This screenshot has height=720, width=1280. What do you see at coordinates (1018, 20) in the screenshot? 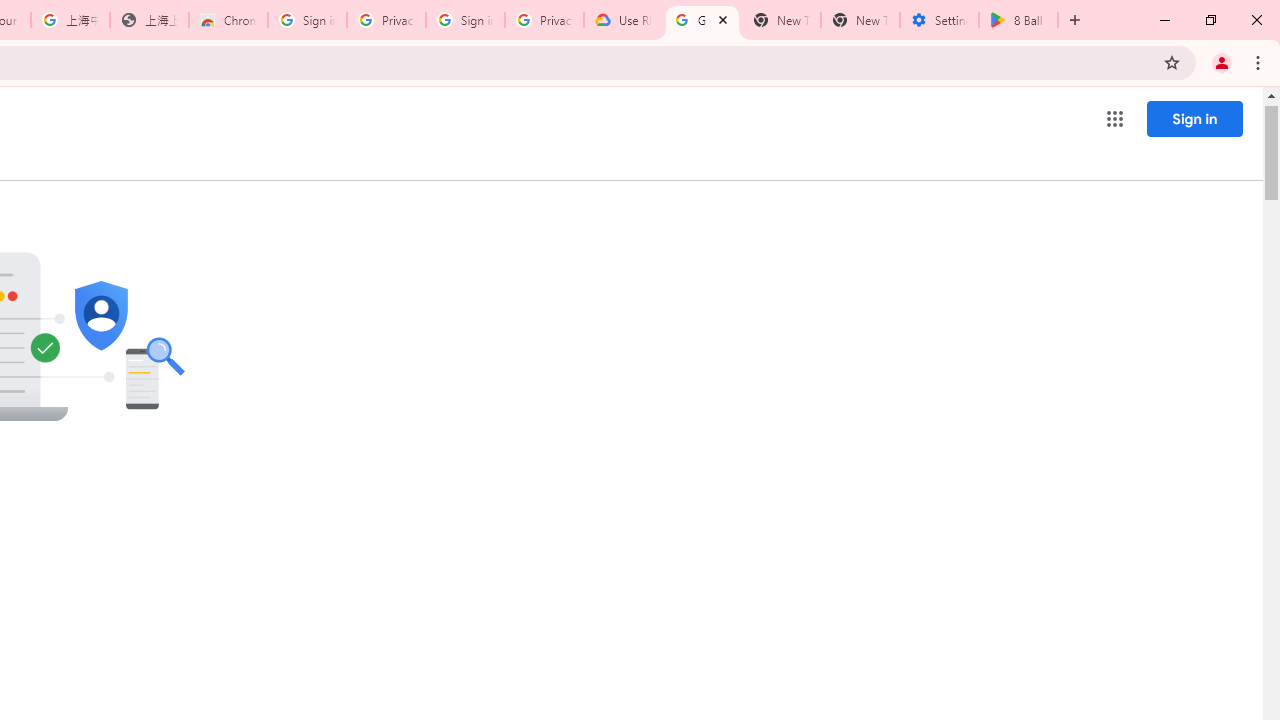
I see `'8 Ball Pool - Apps on Google Play'` at bounding box center [1018, 20].